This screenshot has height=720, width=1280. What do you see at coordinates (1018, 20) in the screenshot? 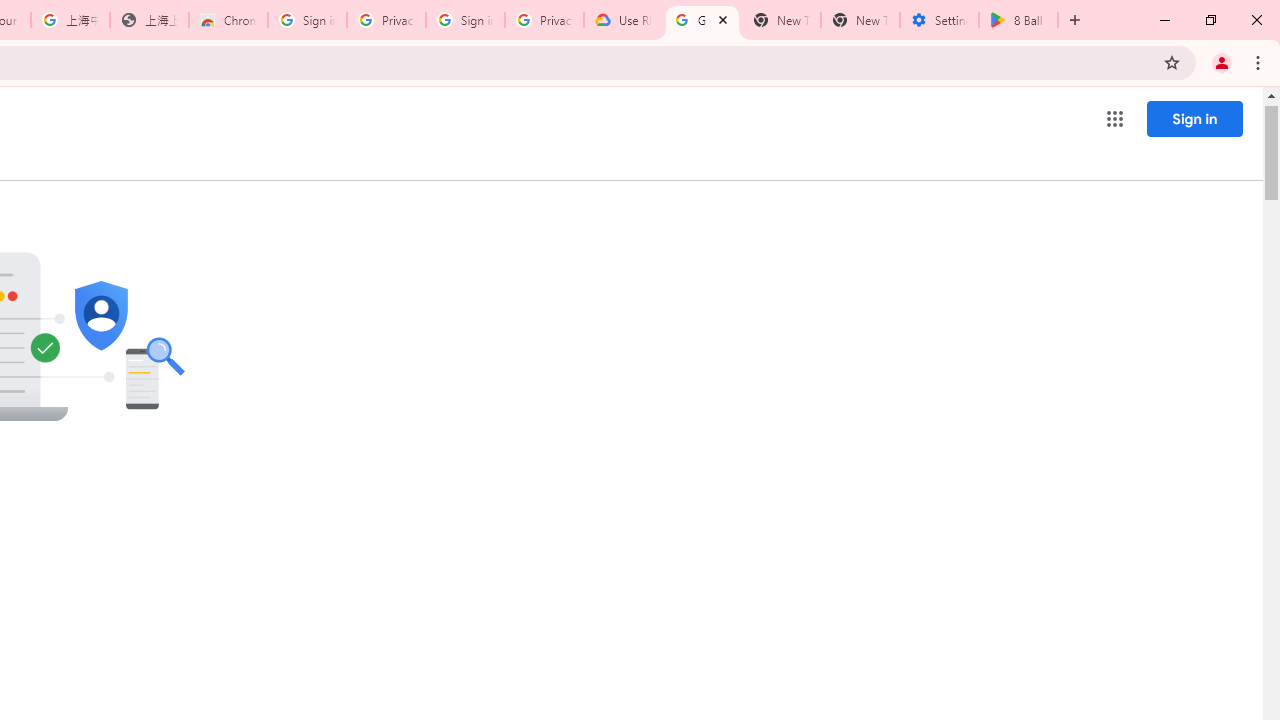
I see `'8 Ball Pool - Apps on Google Play'` at bounding box center [1018, 20].